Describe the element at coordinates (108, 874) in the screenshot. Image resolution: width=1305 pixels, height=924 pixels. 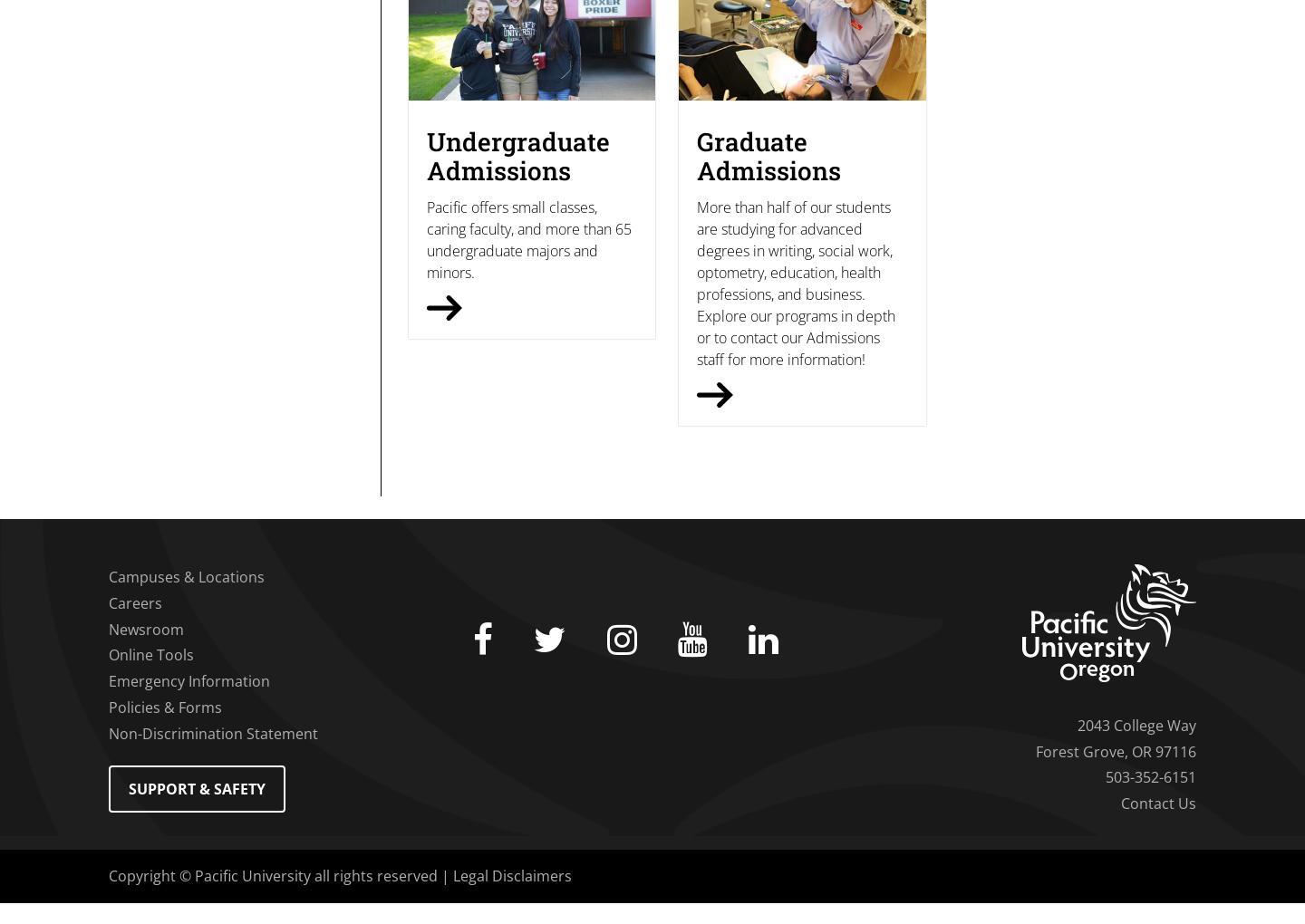
I see `'Copyright © Pacific University all rights reserved |'` at that location.